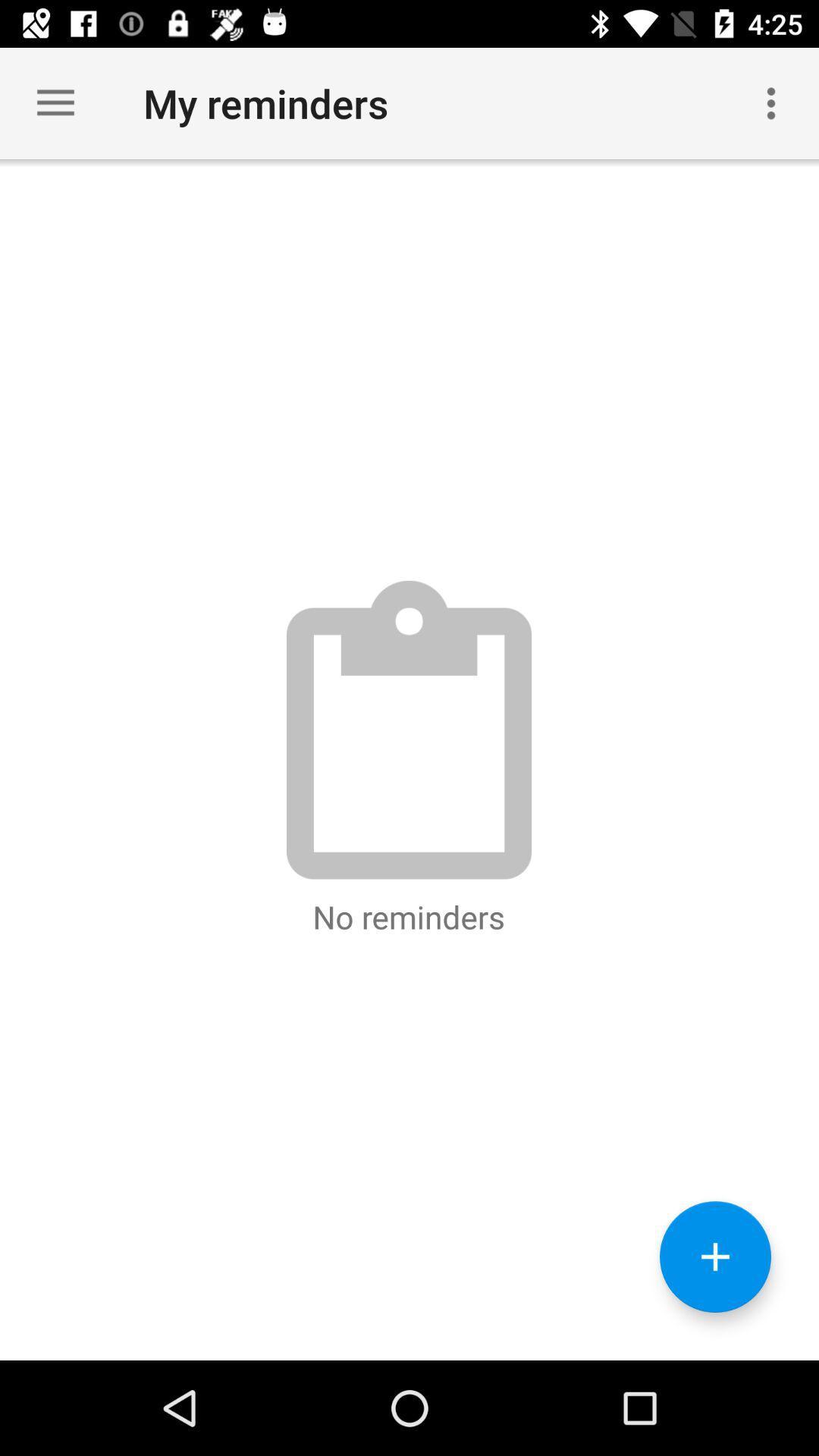 Image resolution: width=819 pixels, height=1456 pixels. I want to click on reminders, so click(715, 1257).